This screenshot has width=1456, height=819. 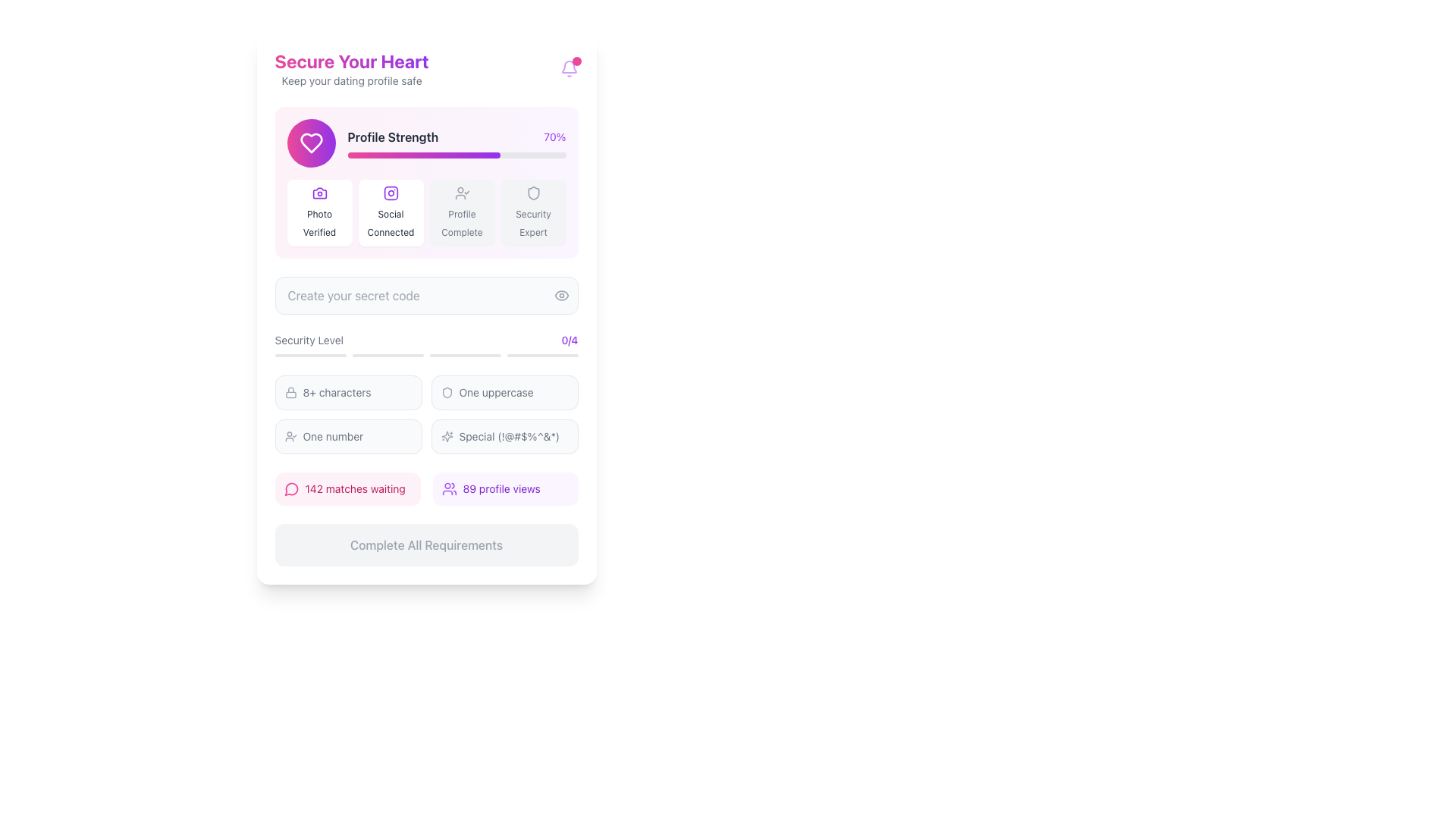 I want to click on the circular icon with a gradient color scheme transitioning from pink to purple, featuring a white heart symbol in the center, located at the top-left of the 'Profile Strength' section, so click(x=310, y=143).